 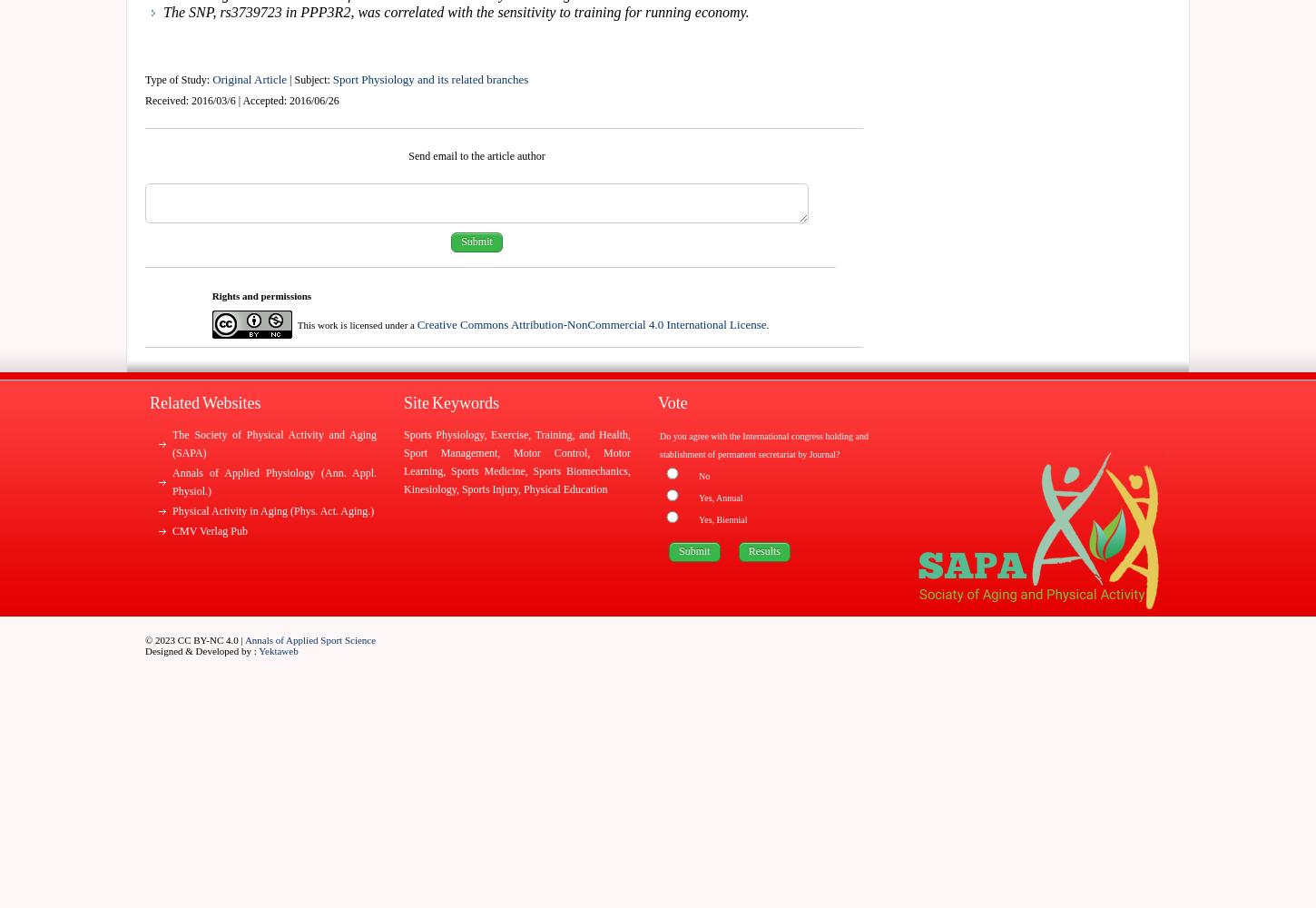 I want to click on 'Exercise, Training, and Health', so click(x=558, y=434).